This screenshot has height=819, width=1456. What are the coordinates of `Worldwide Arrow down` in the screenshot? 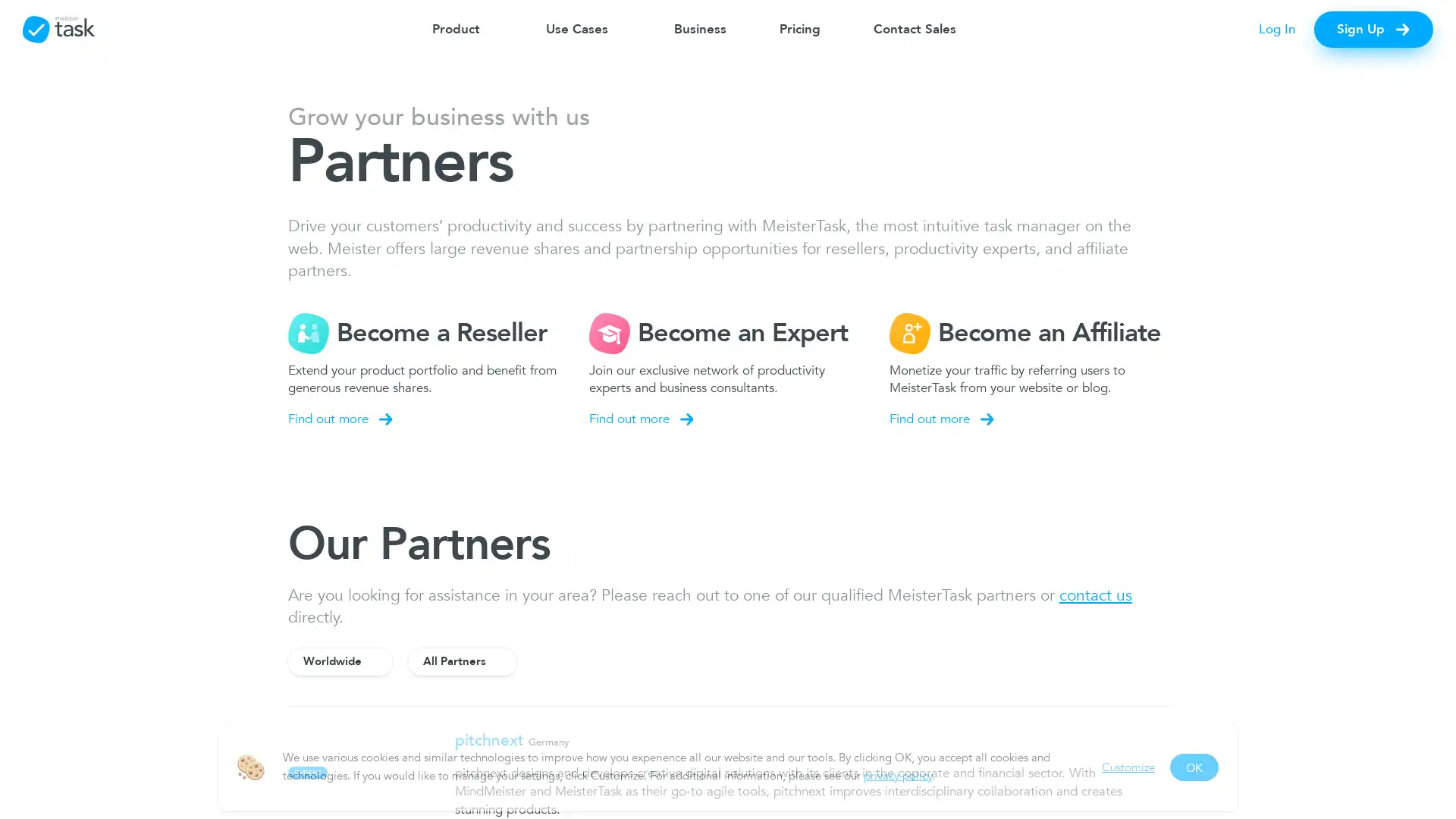 It's located at (340, 660).